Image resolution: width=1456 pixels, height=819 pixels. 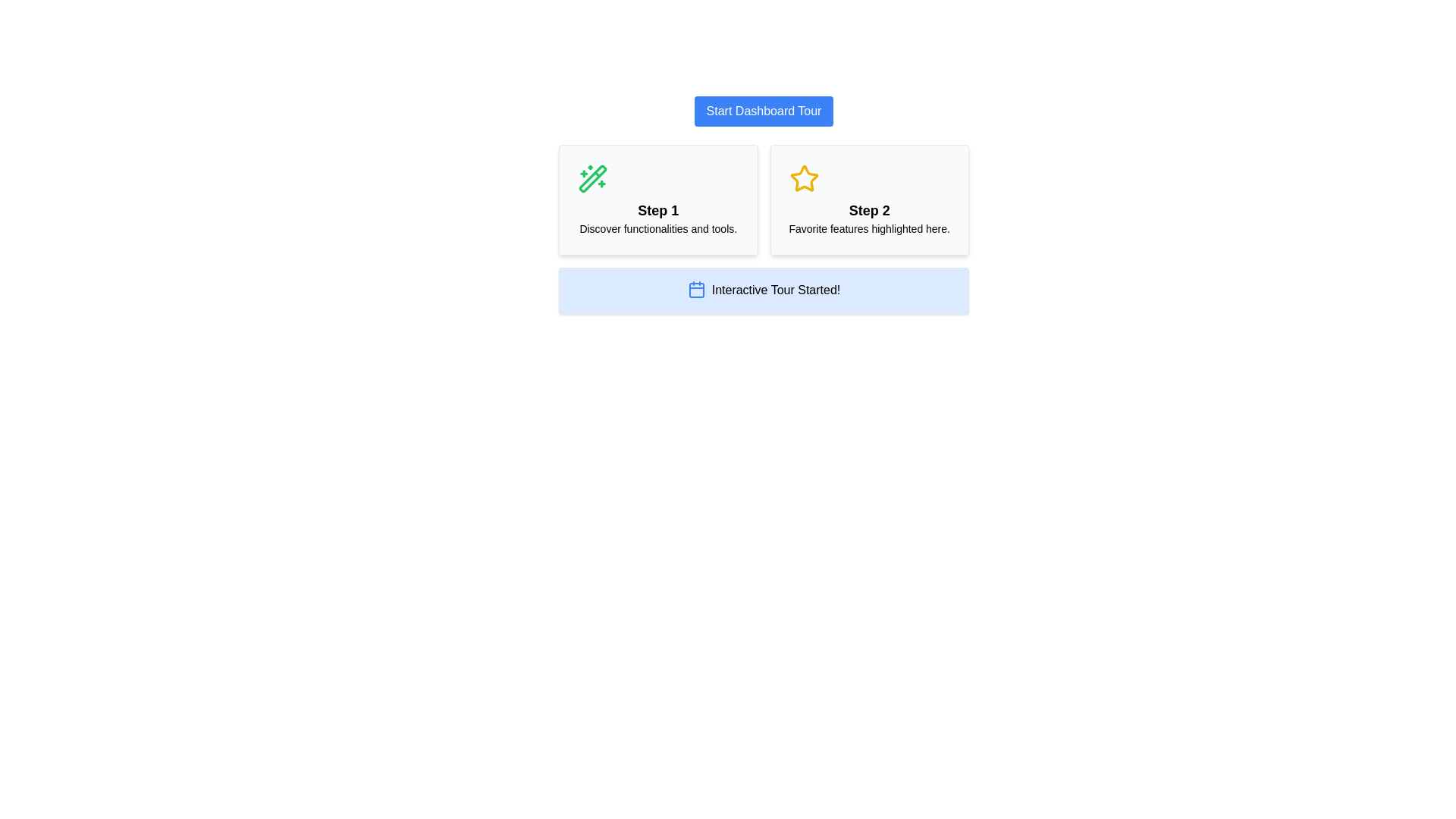 What do you see at coordinates (592, 177) in the screenshot?
I see `the decorative green magic wand icon with sparkles located above the text 'Step 1' in the left card of a two-card layout` at bounding box center [592, 177].